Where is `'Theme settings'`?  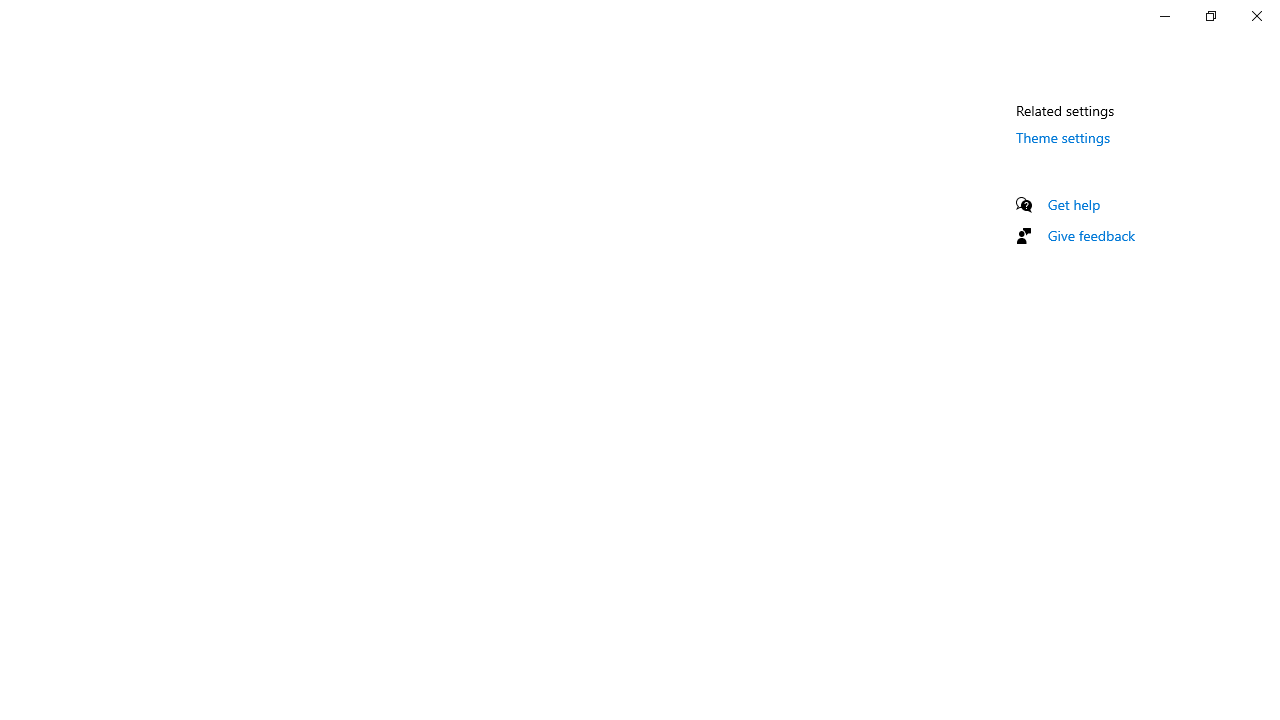 'Theme settings' is located at coordinates (1062, 136).